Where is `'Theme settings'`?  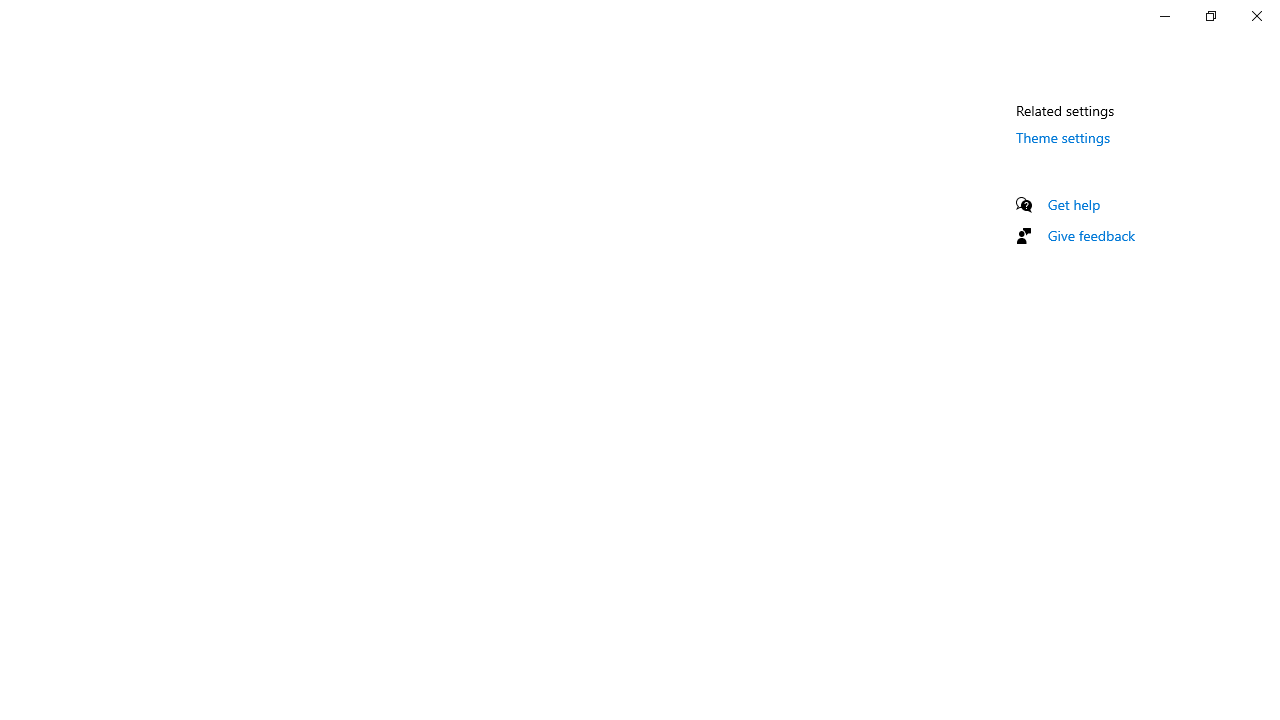 'Theme settings' is located at coordinates (1062, 136).